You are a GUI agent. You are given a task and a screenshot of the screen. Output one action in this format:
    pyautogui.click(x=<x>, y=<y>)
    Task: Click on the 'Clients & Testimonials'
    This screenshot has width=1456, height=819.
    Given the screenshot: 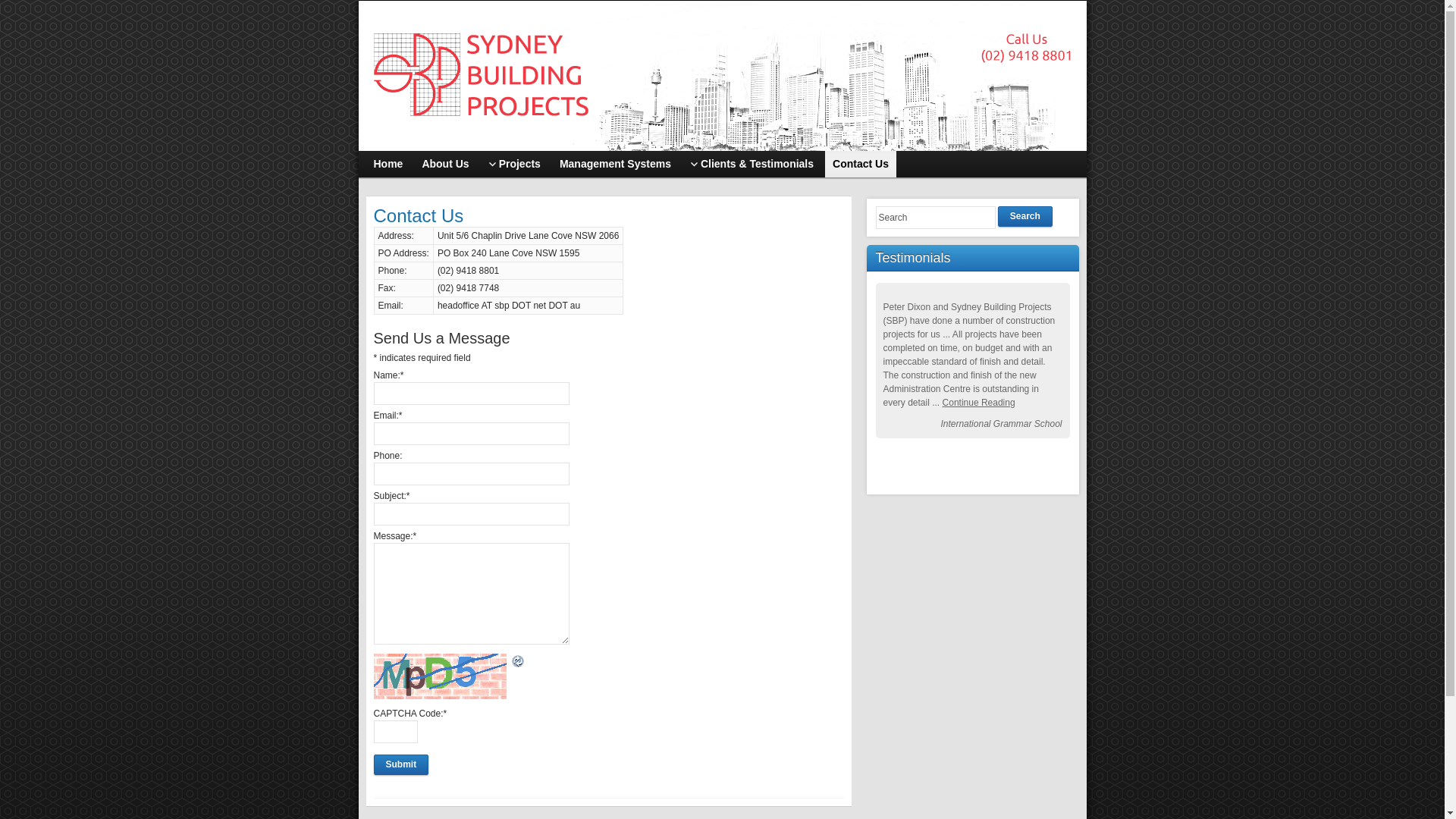 What is the action you would take?
    pyautogui.click(x=752, y=164)
    